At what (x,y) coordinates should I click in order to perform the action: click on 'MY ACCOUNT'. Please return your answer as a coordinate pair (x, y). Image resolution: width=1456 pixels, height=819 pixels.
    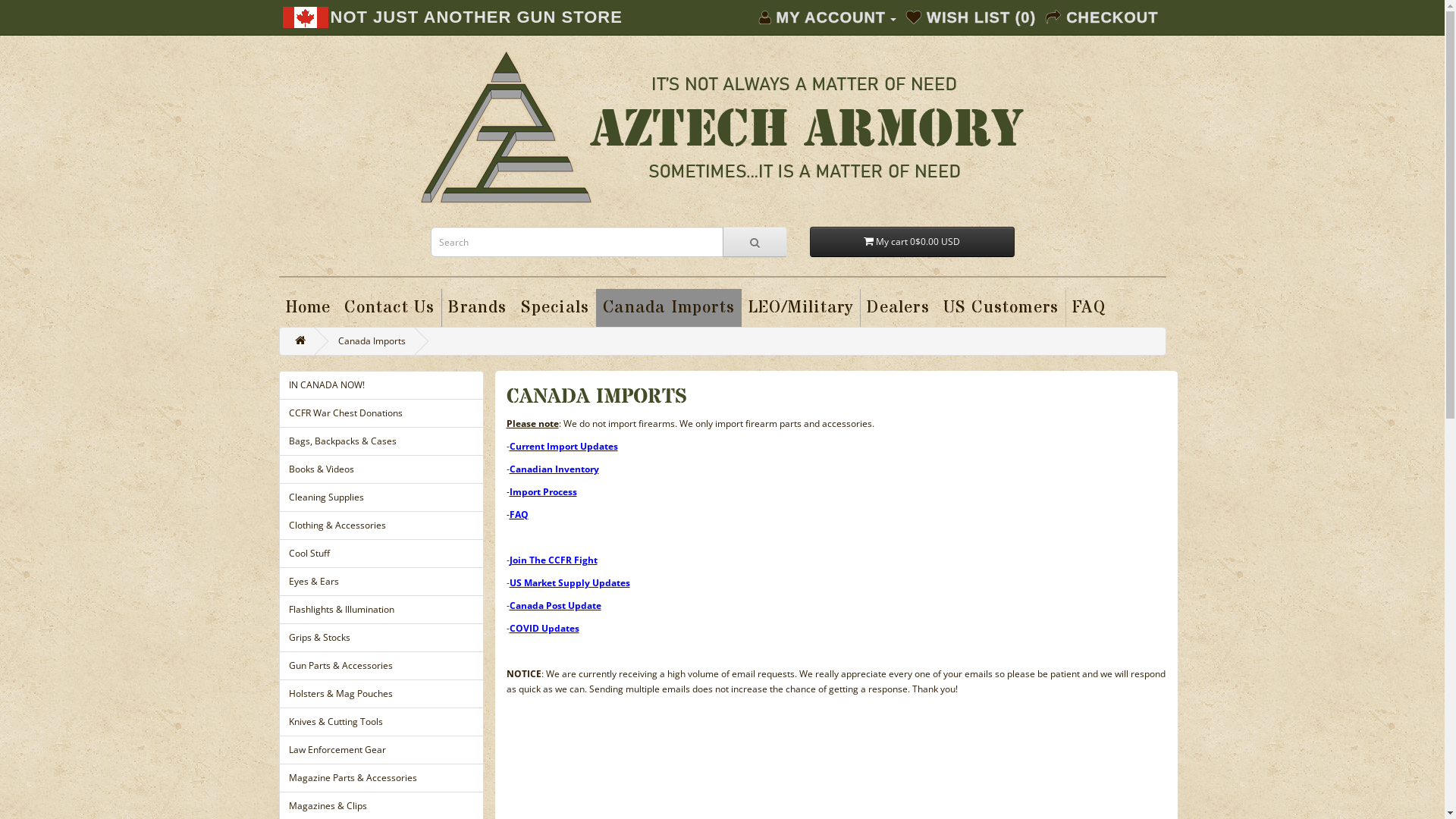
    Looking at the image, I should click on (759, 17).